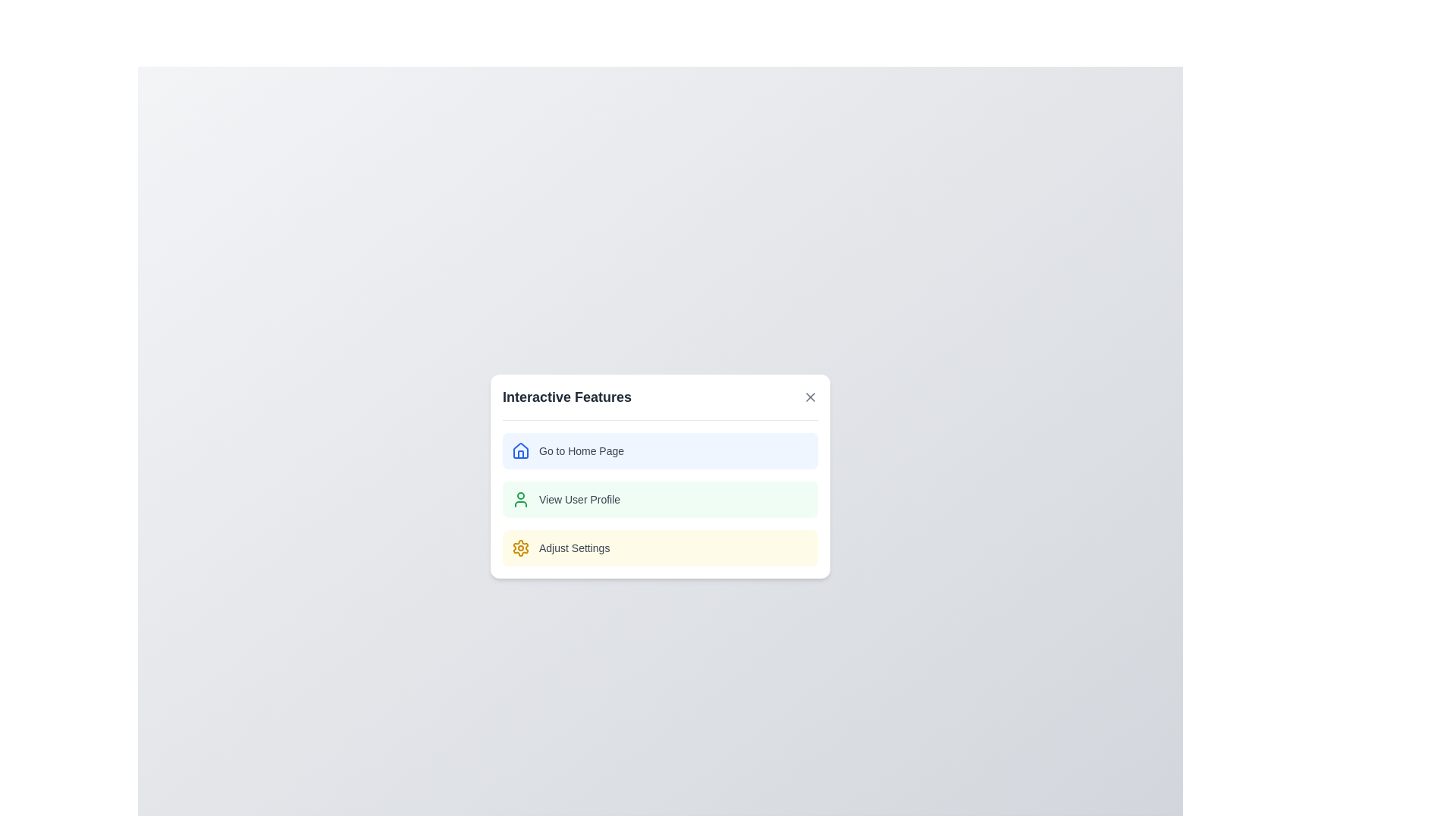 This screenshot has width=1456, height=819. I want to click on the second button in the vertically stacked list, so click(660, 499).